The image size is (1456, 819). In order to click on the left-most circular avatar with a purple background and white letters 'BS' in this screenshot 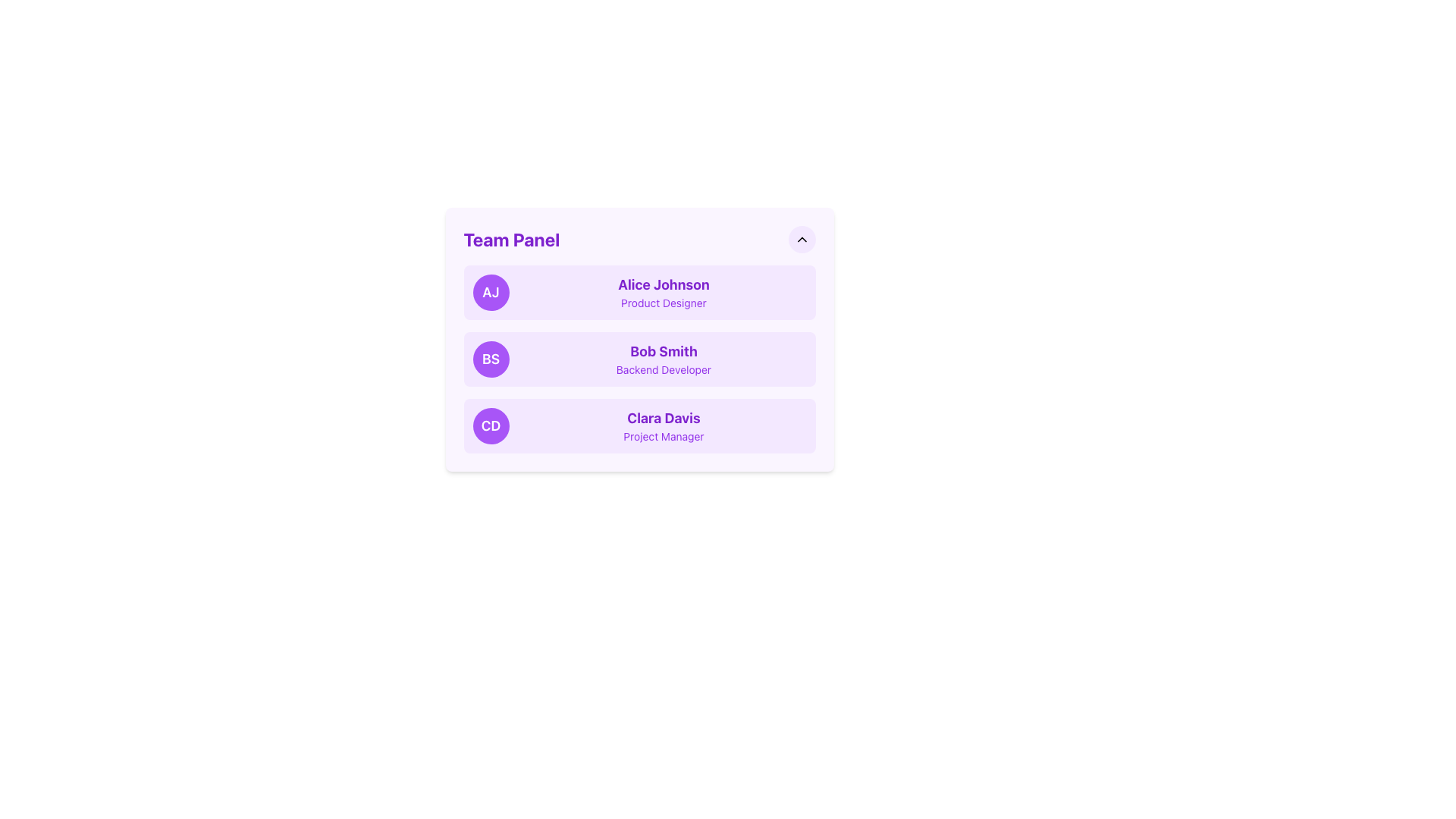, I will do `click(491, 359)`.